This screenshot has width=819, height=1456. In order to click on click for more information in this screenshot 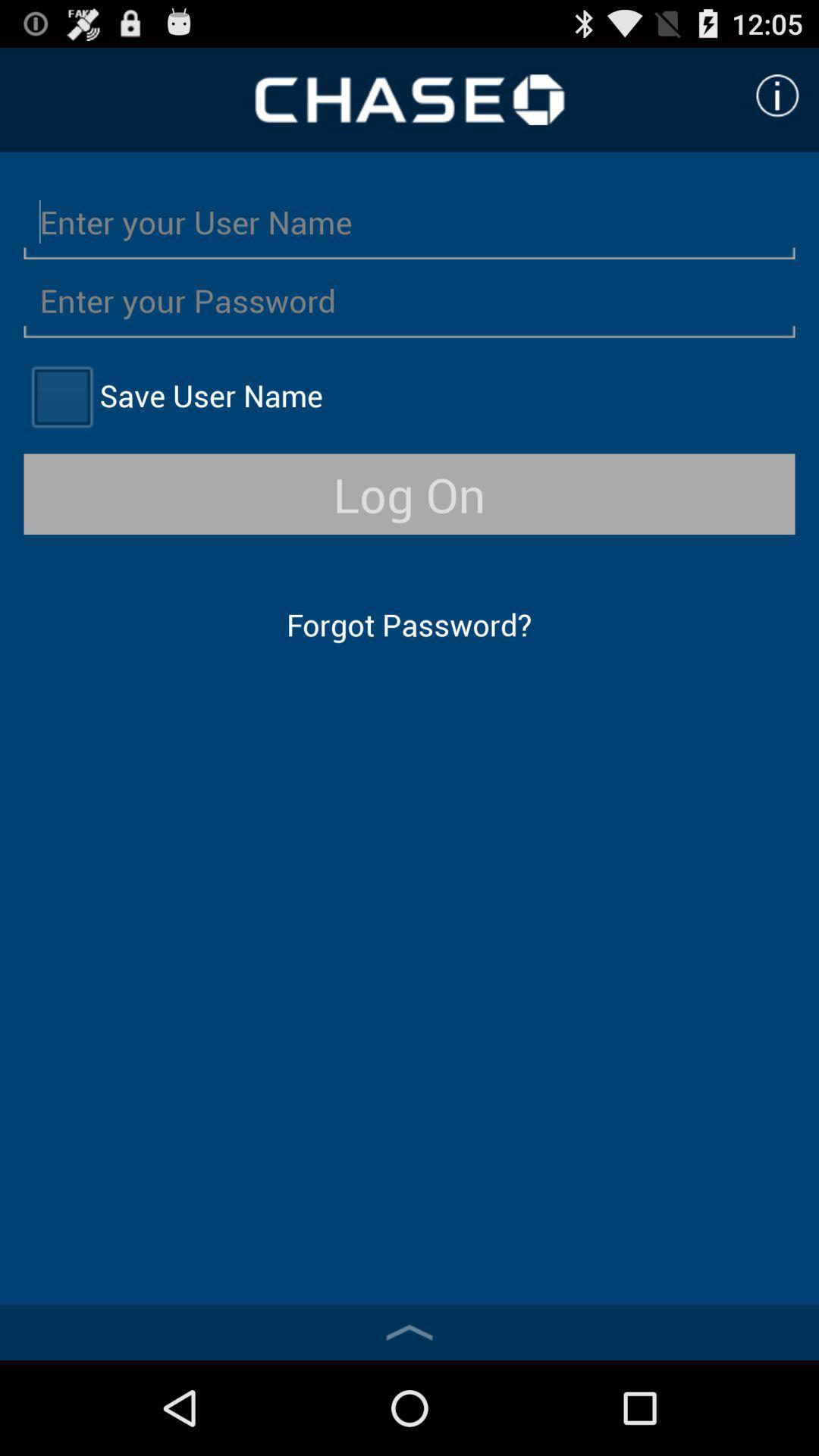, I will do `click(777, 95)`.